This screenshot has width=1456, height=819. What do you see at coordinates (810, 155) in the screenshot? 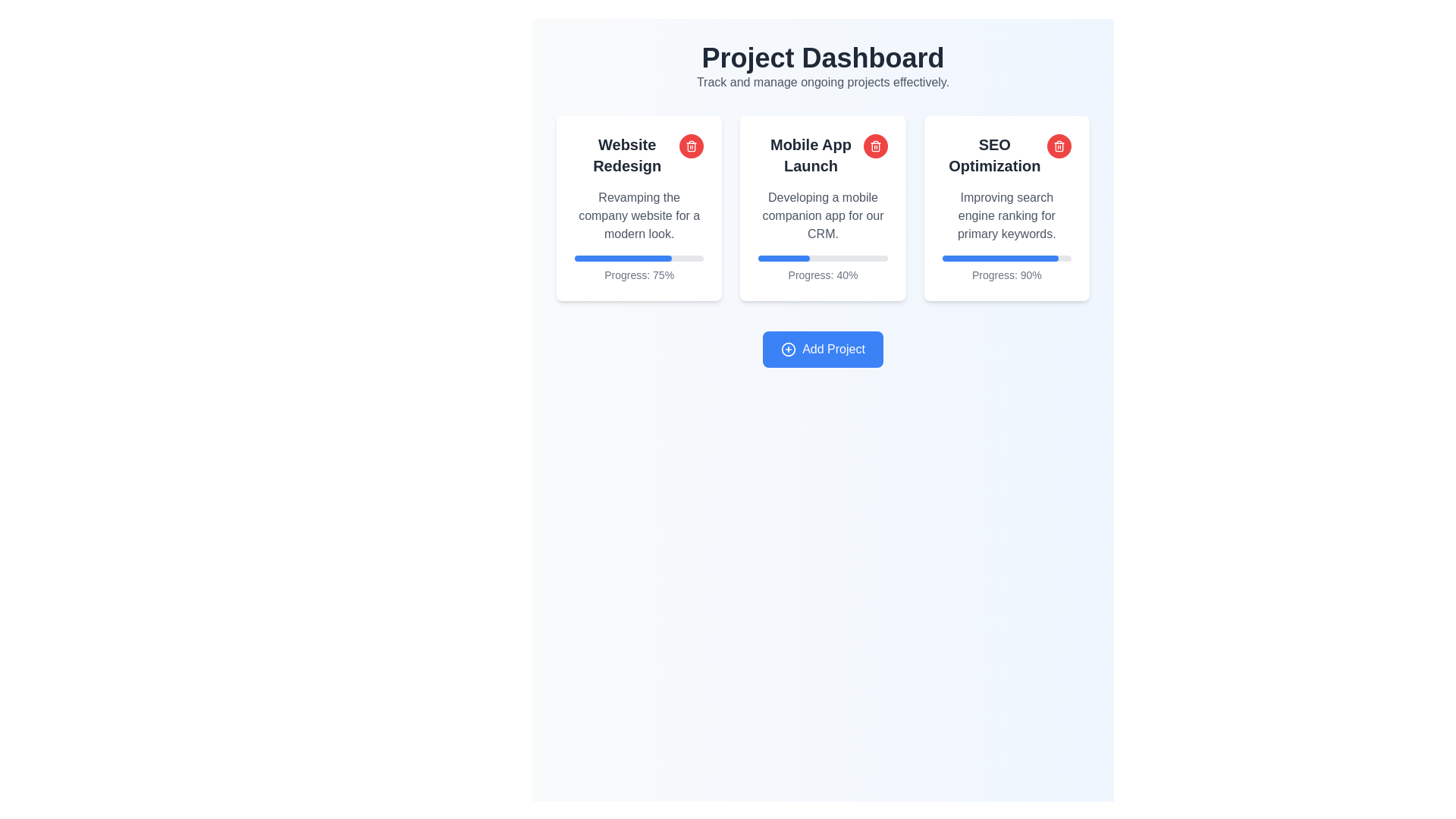
I see `the text label that reads 'Mobile App Launch', which is styled in a bold font and is centrally located at the top of the middle project card` at bounding box center [810, 155].